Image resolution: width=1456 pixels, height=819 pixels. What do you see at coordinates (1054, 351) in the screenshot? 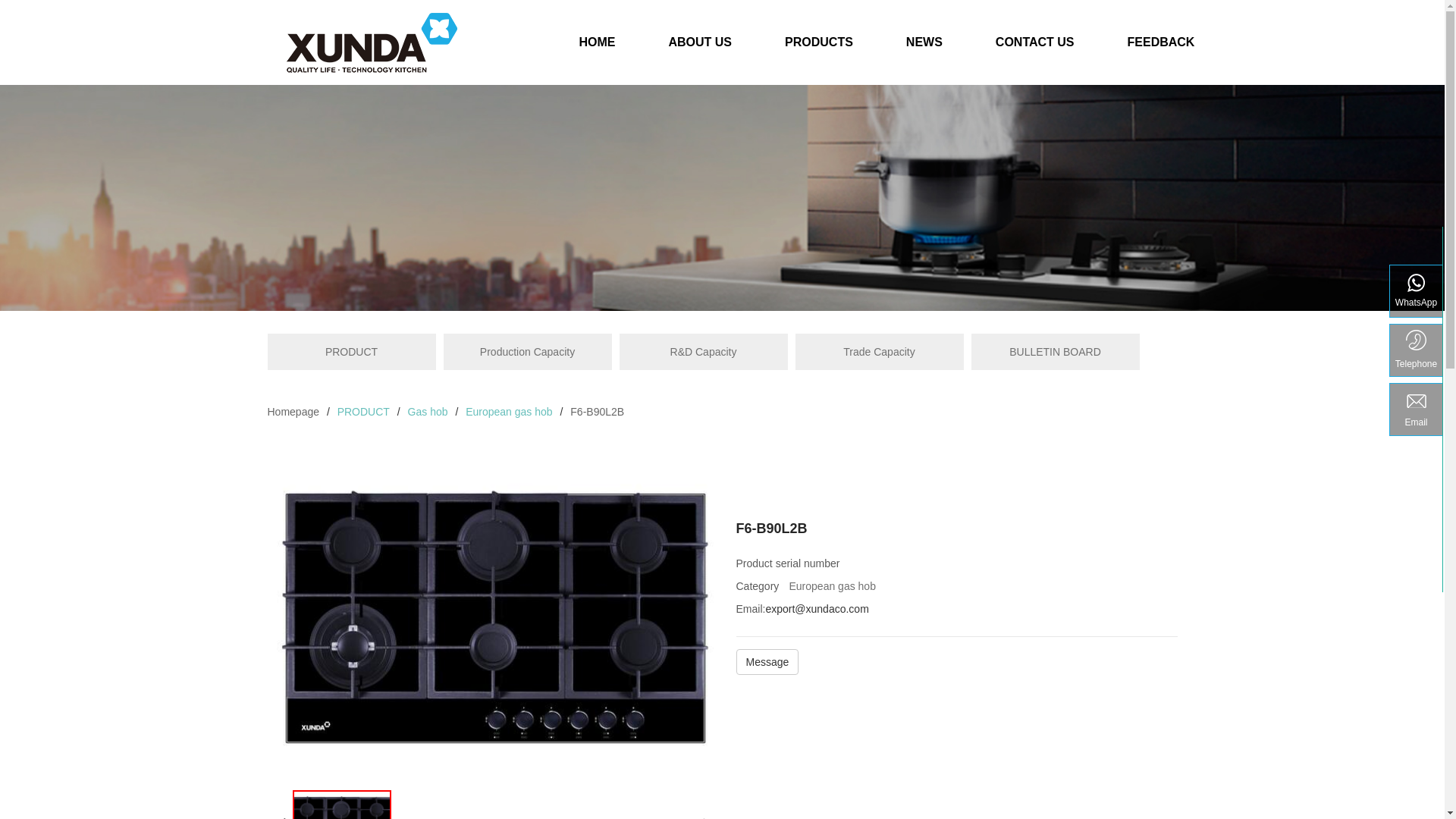
I see `'BULLETIN BOARD'` at bounding box center [1054, 351].